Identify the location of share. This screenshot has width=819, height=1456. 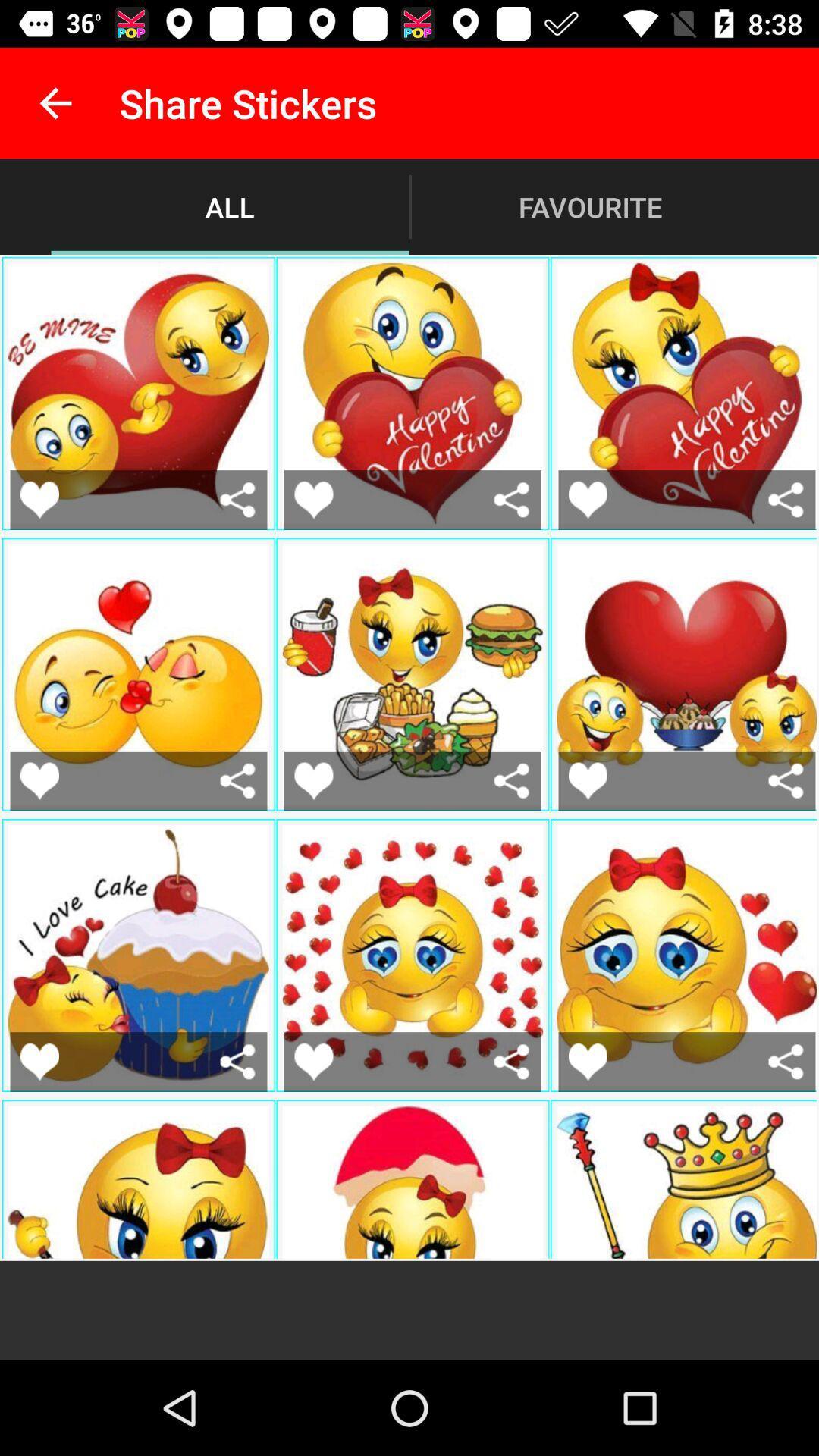
(512, 500).